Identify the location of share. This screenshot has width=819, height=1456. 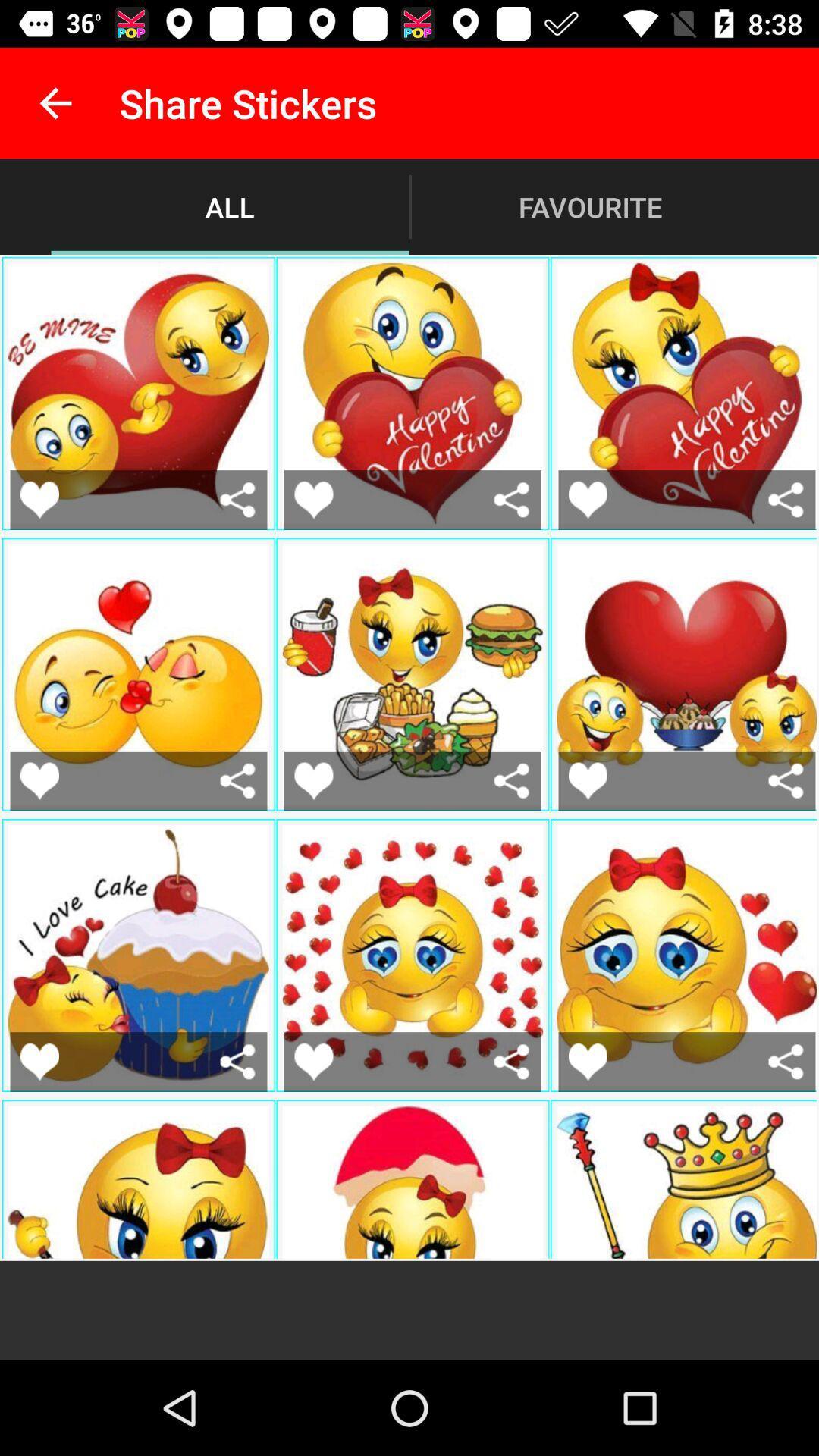
(512, 500).